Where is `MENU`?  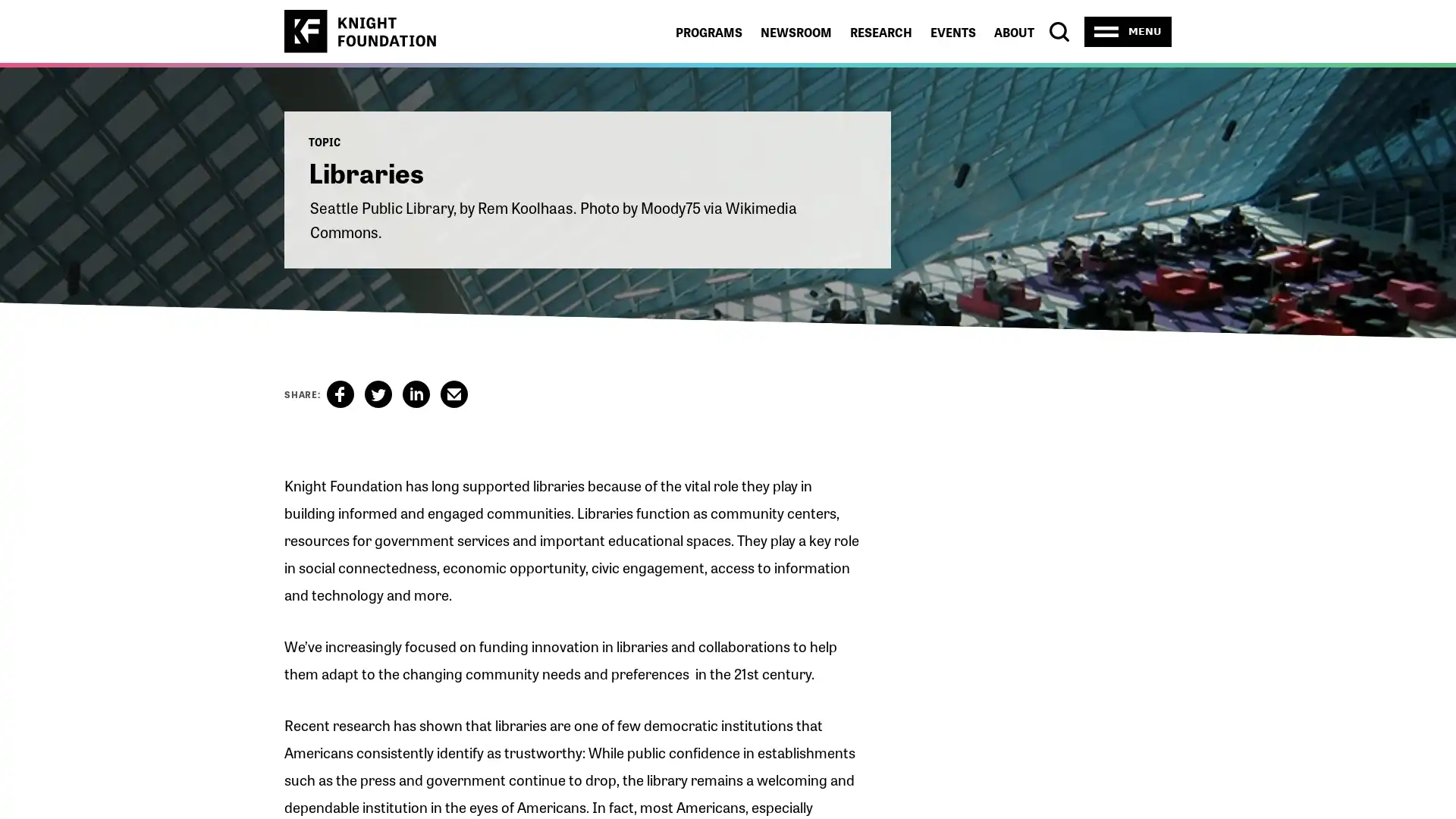
MENU is located at coordinates (1128, 31).